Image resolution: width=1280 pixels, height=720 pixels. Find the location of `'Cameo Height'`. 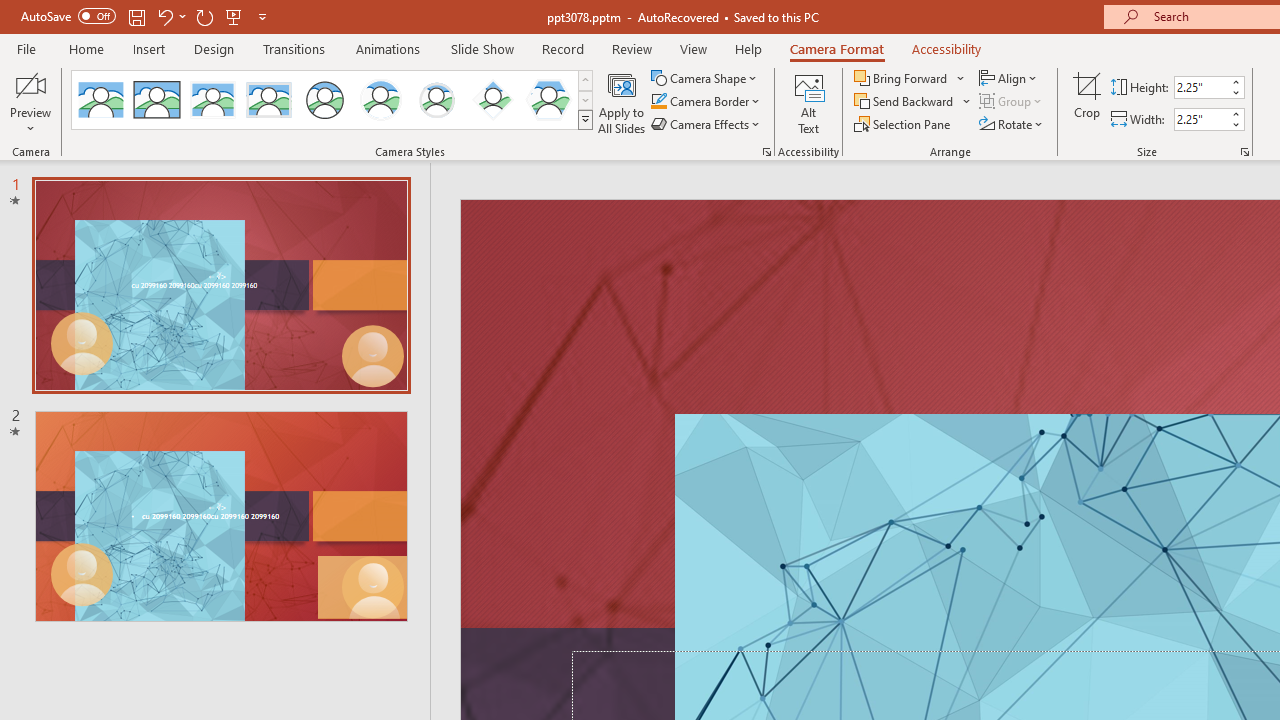

'Cameo Height' is located at coordinates (1200, 86).